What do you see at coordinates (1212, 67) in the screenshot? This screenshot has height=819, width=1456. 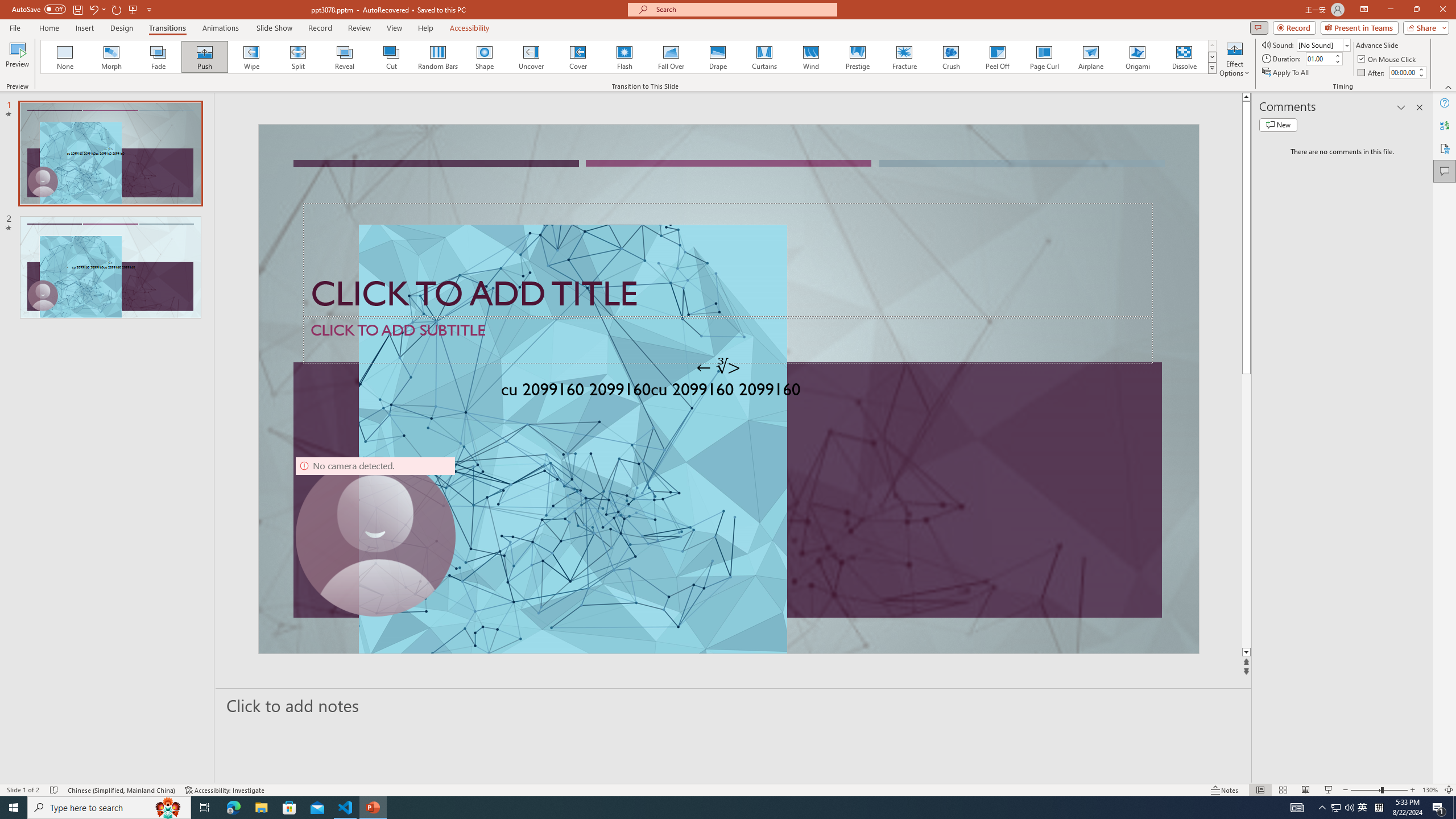 I see `'Transition Effects'` at bounding box center [1212, 67].